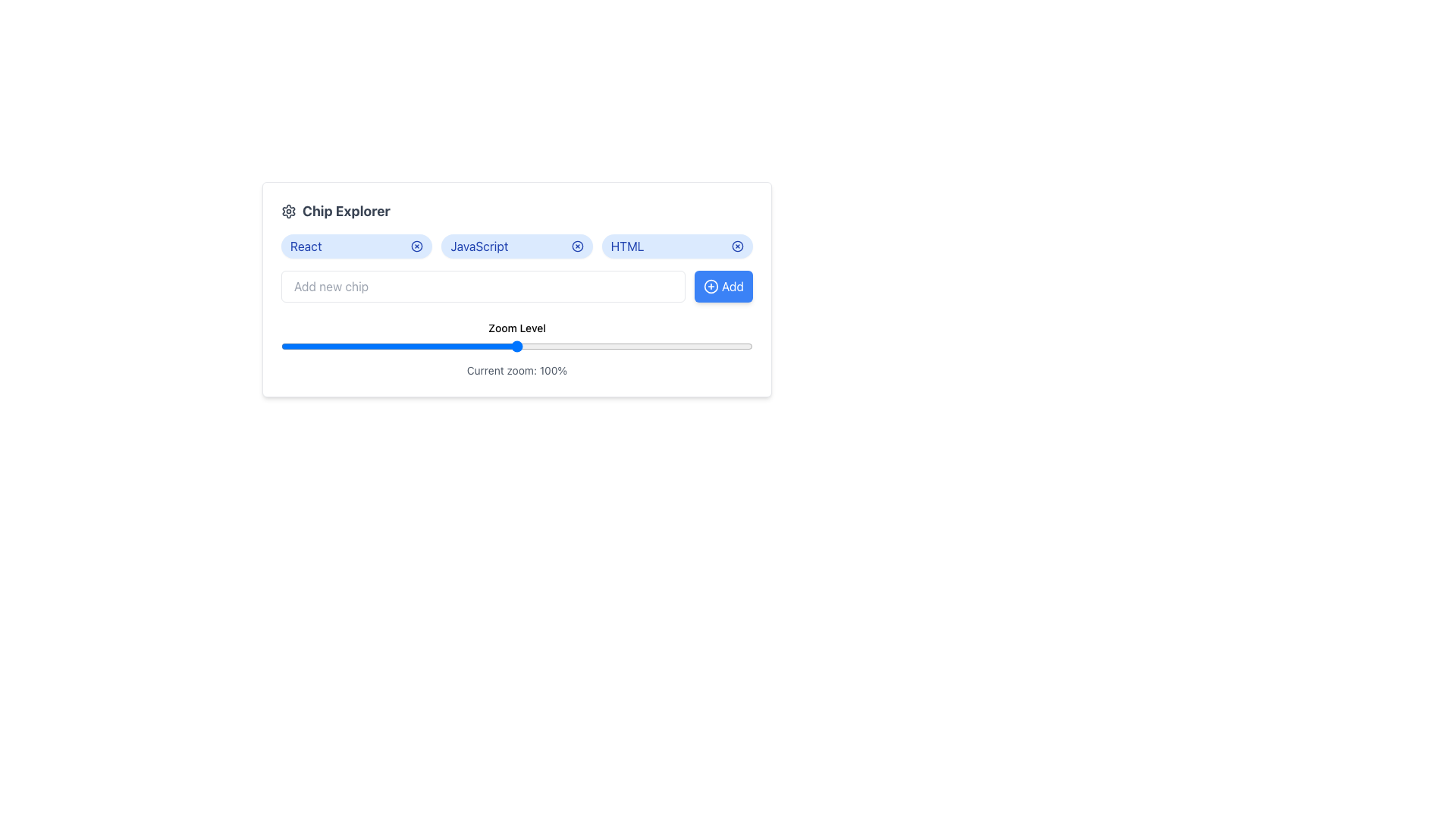 The height and width of the screenshot is (819, 1456). Describe the element at coordinates (576, 245) in the screenshot. I see `the visual indicator located between the 'JavaScript' and 'HTML' labels in the middle section of the header` at that location.